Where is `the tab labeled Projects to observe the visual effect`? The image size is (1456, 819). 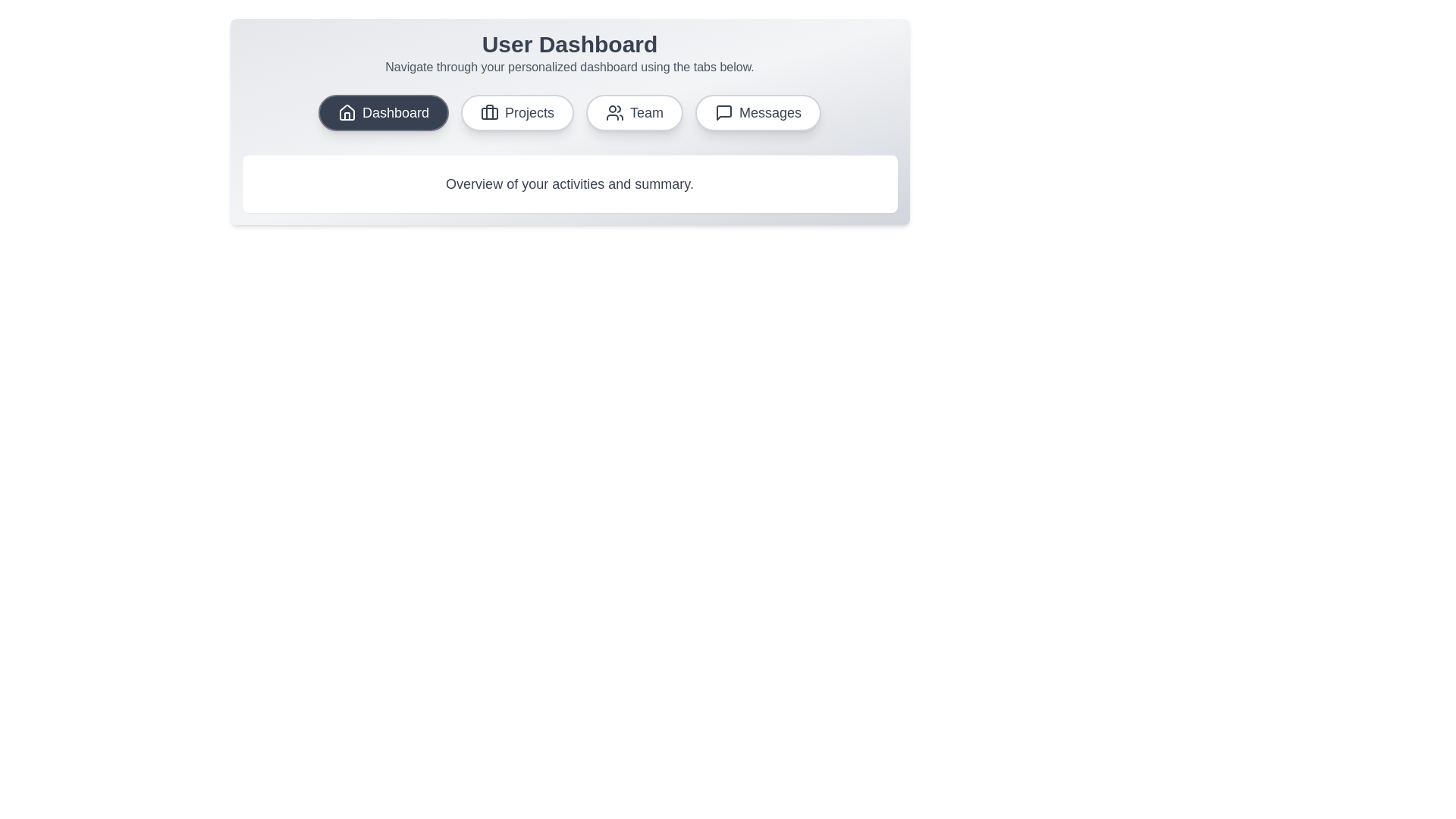 the tab labeled Projects to observe the visual effect is located at coordinates (517, 112).